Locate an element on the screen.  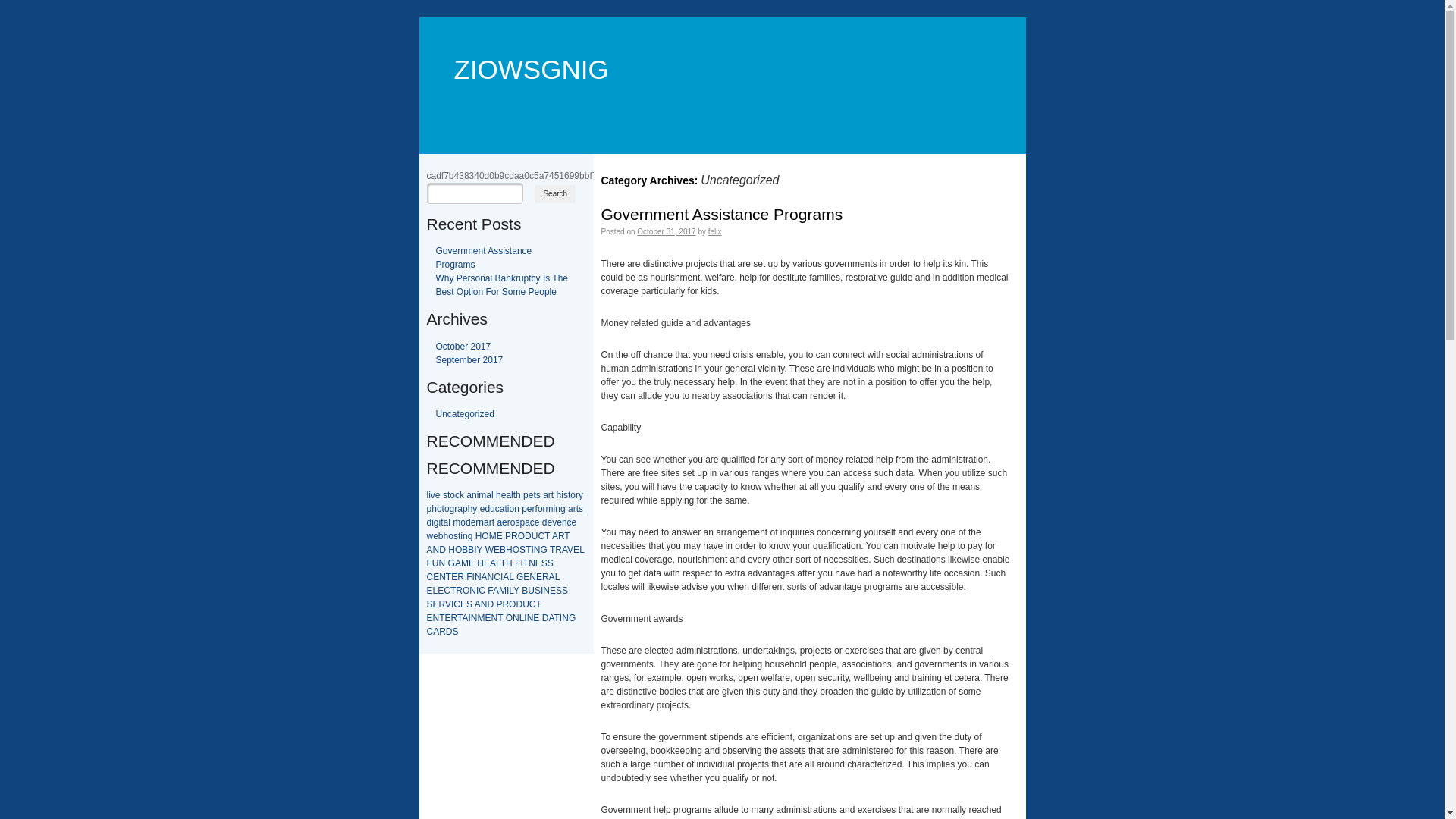
'I' is located at coordinates (560, 617).